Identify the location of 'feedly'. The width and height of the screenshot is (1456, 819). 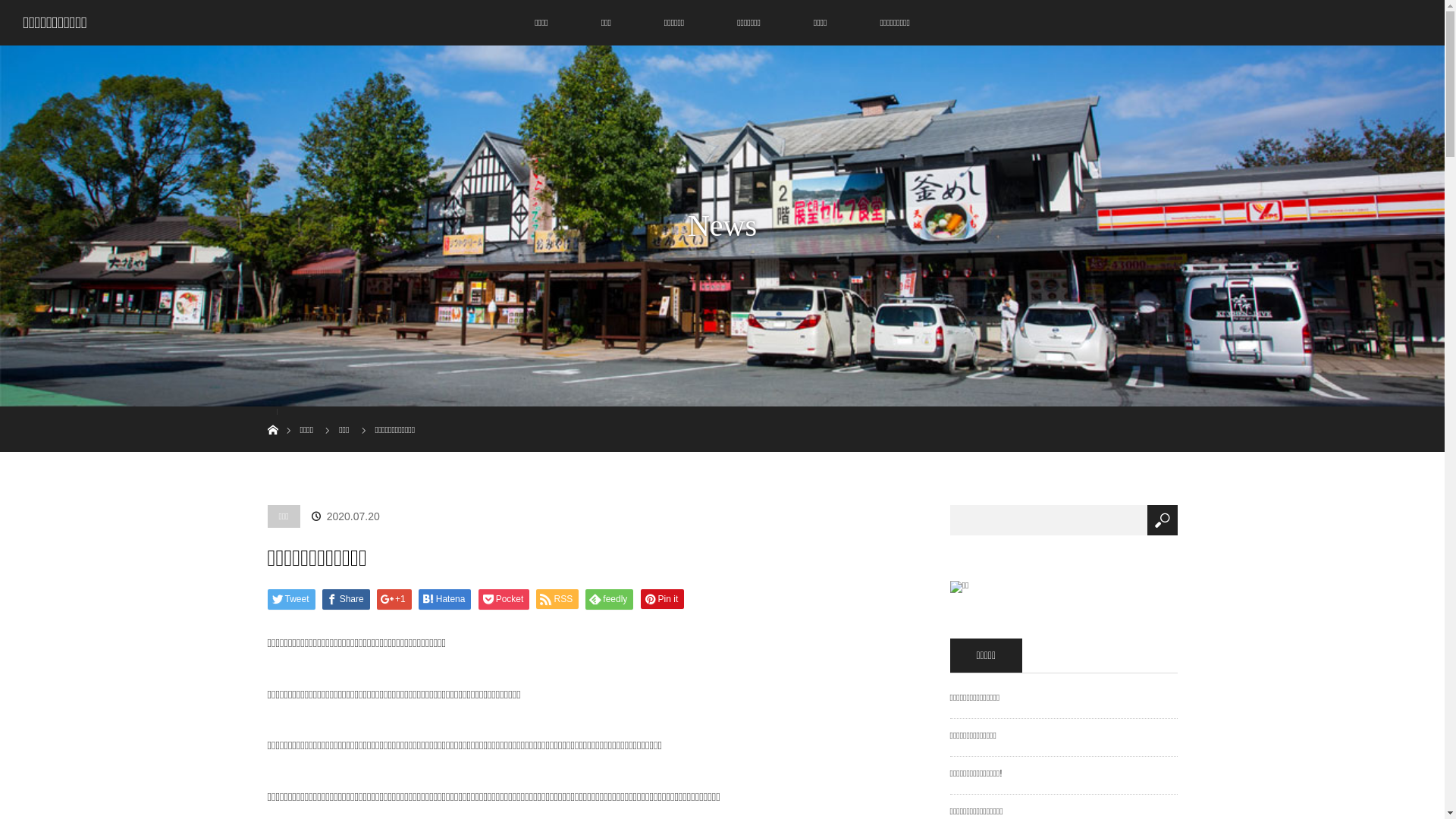
(609, 598).